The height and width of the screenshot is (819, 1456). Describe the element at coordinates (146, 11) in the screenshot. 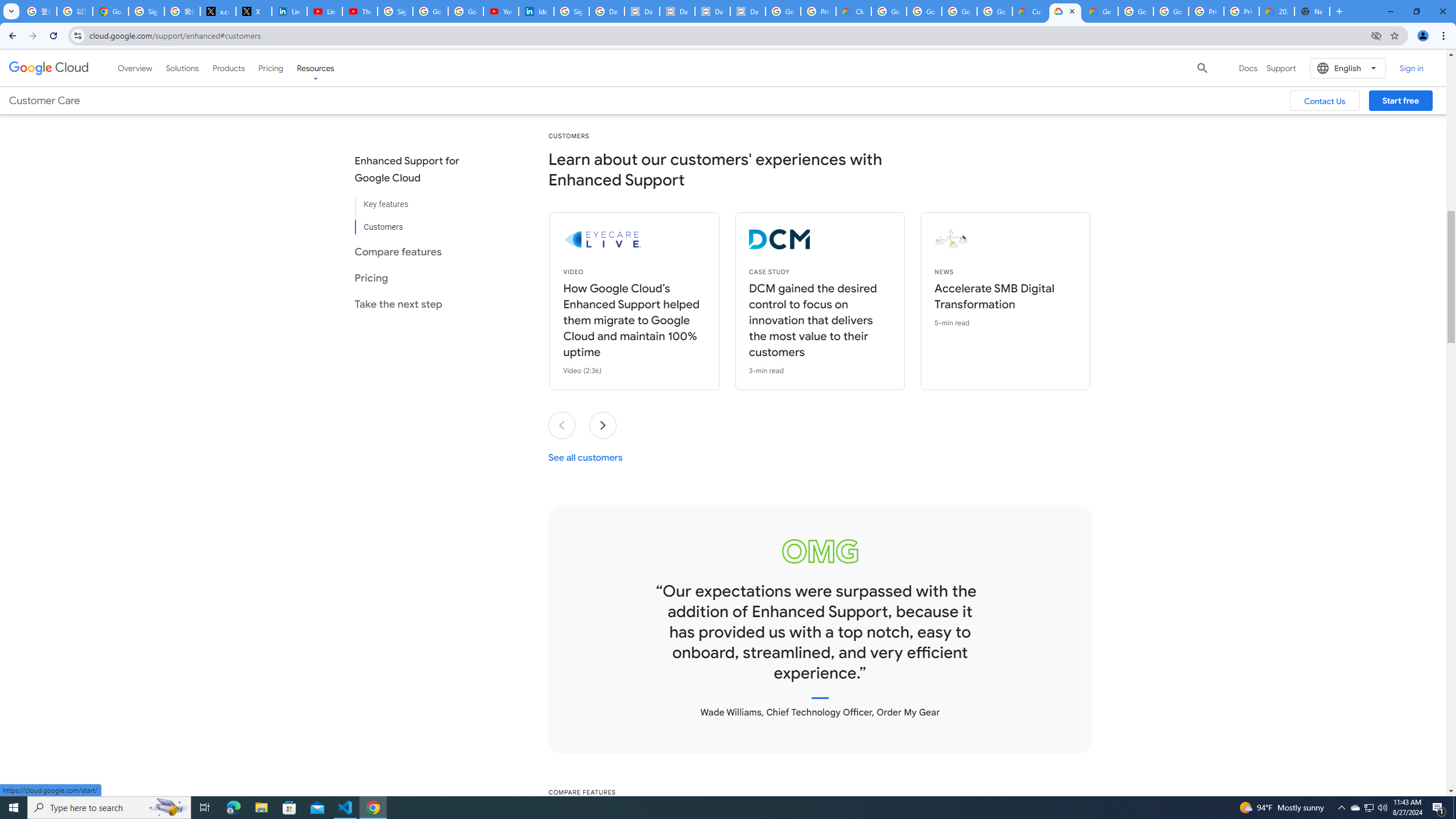

I see `'Sign in - Google Accounts'` at that location.